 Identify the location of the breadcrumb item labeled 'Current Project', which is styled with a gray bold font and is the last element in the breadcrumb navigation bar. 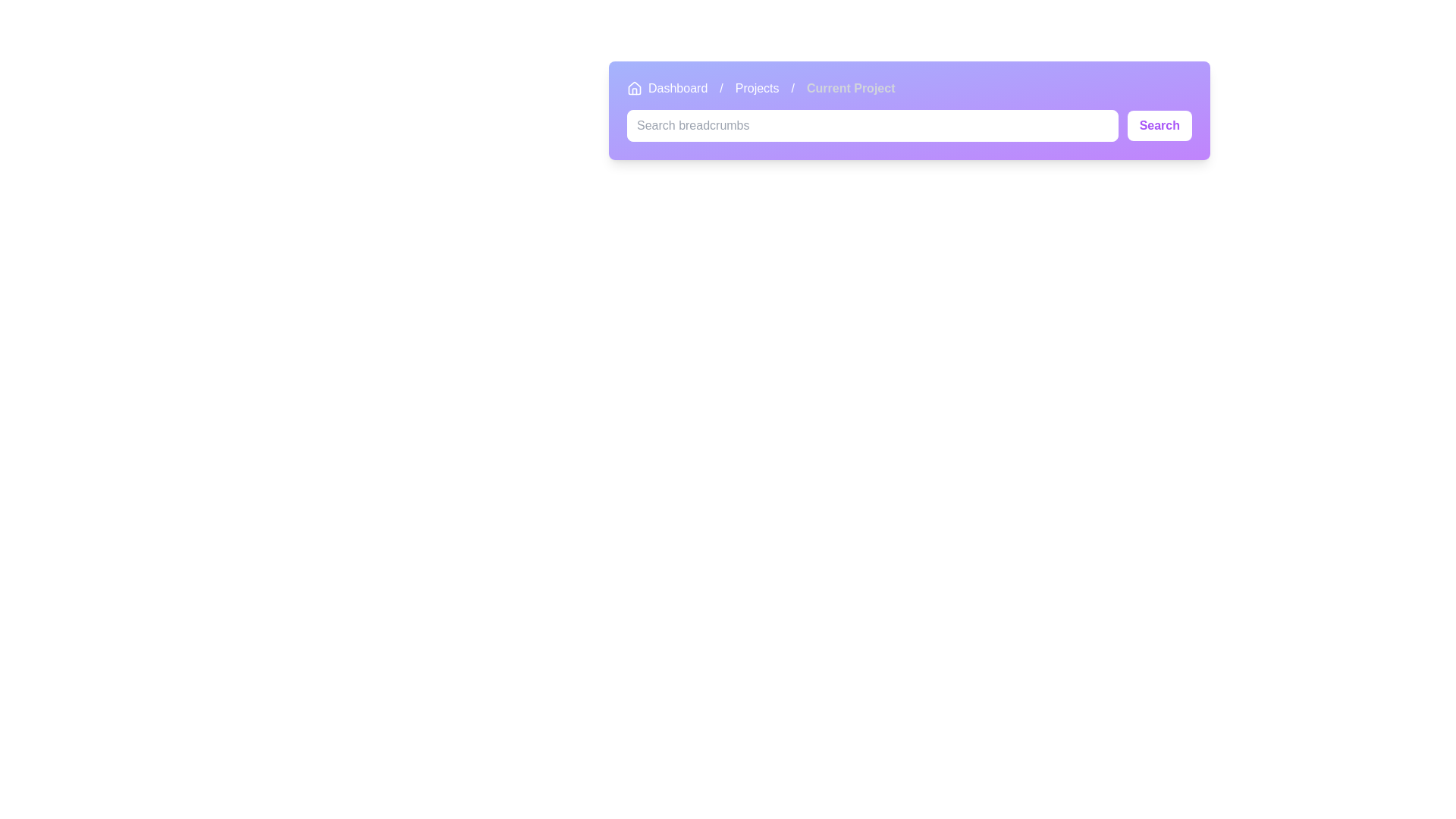
(851, 88).